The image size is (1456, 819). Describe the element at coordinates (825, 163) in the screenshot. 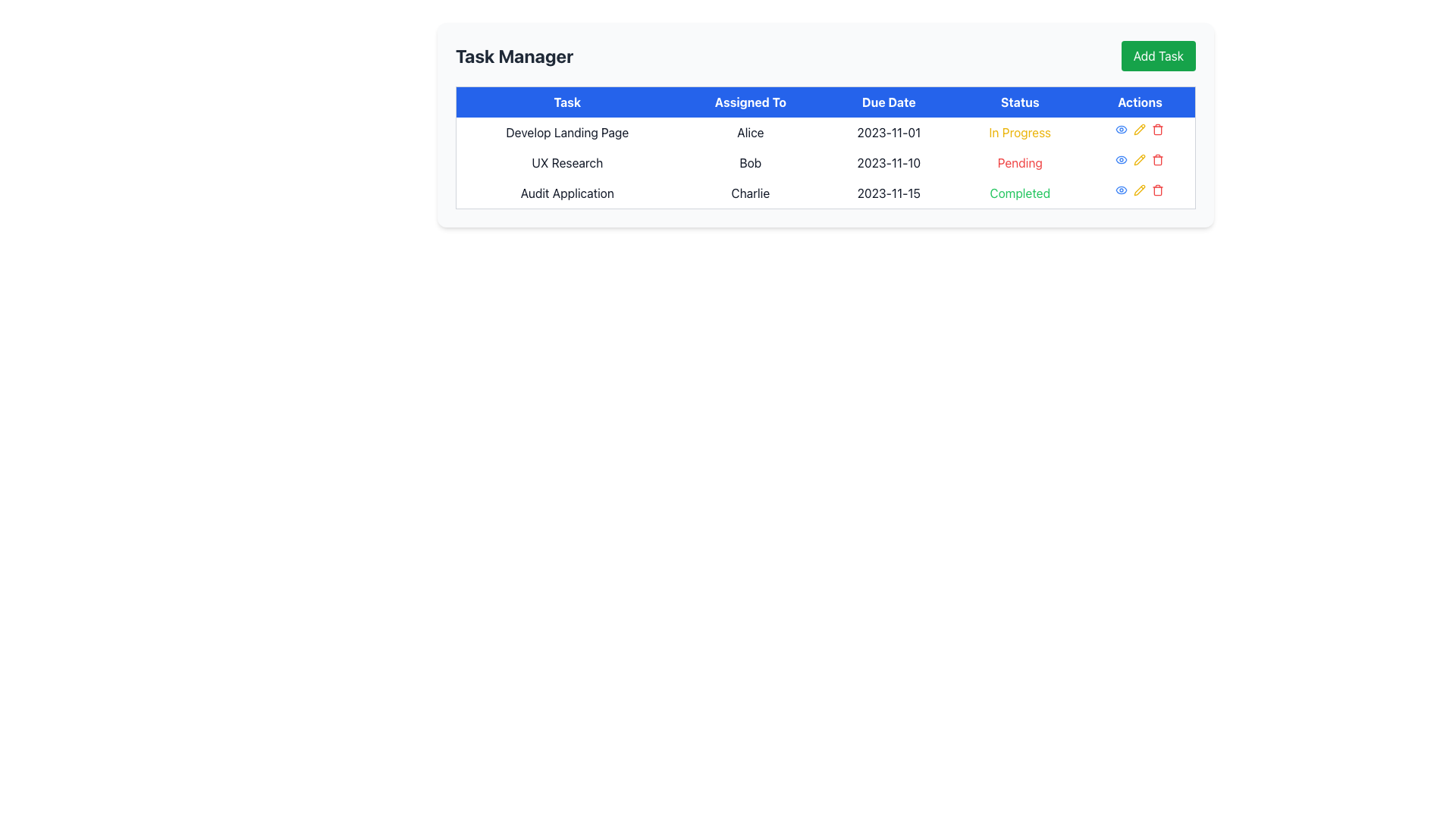

I see `the second row of the task table in the 'Task Manager' section` at that location.